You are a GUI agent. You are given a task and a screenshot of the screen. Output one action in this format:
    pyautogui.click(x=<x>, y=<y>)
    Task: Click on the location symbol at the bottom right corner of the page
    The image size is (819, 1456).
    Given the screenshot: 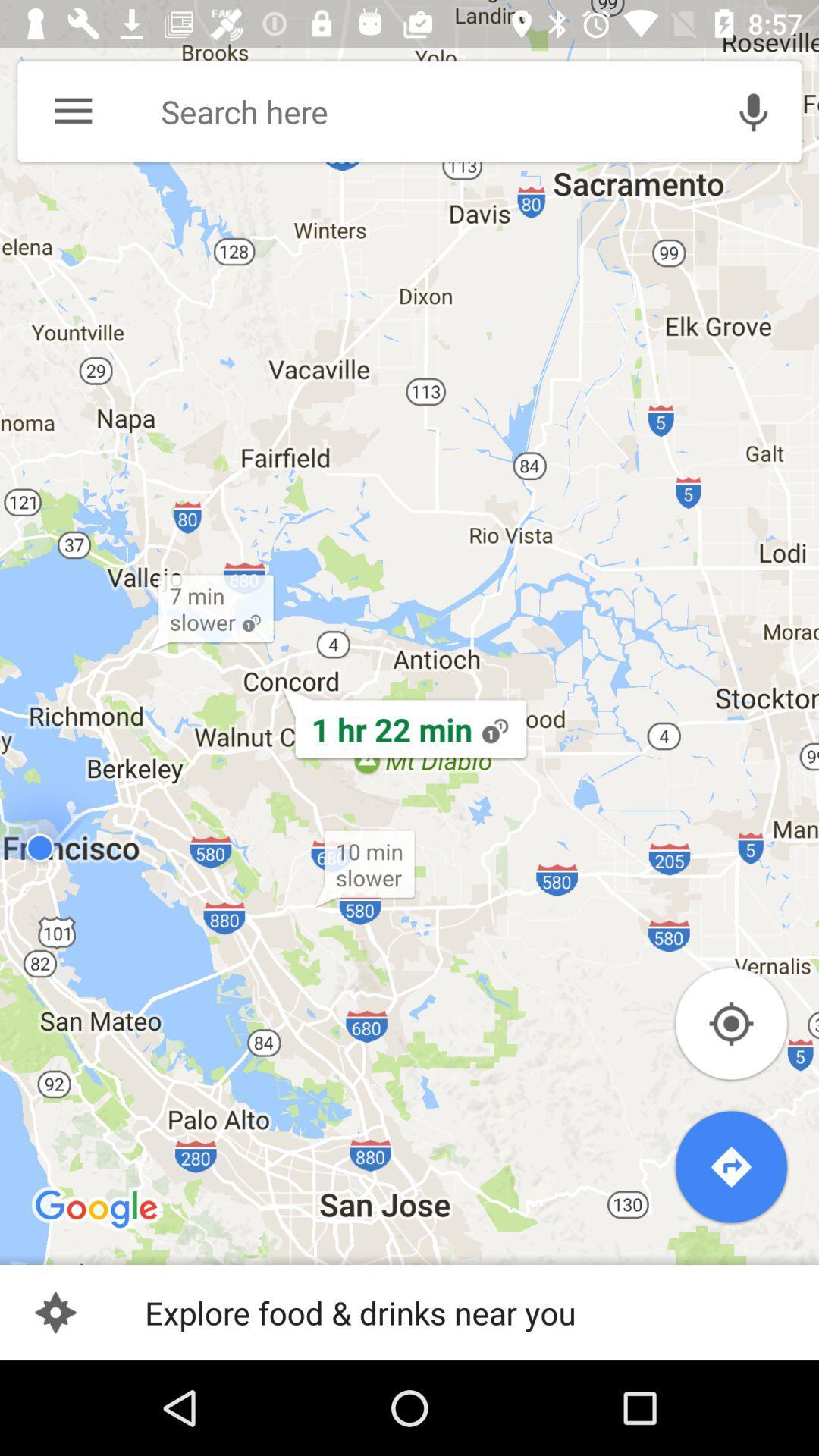 What is the action you would take?
    pyautogui.click(x=730, y=1023)
    